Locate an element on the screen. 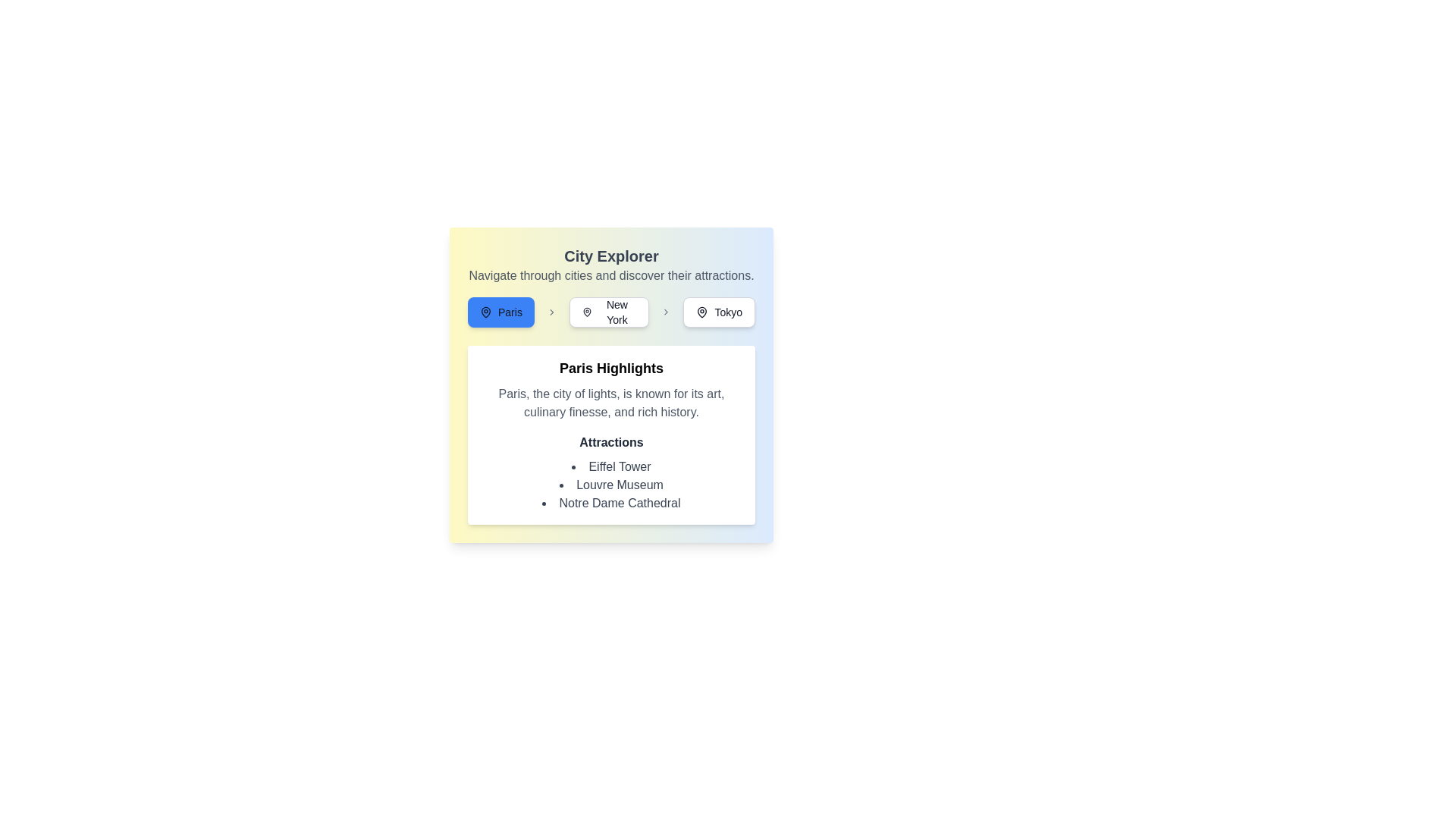 The width and height of the screenshot is (1456, 819). the Paris location pin icon in the City Explorer navigation list to focus/select it is located at coordinates (486, 311).